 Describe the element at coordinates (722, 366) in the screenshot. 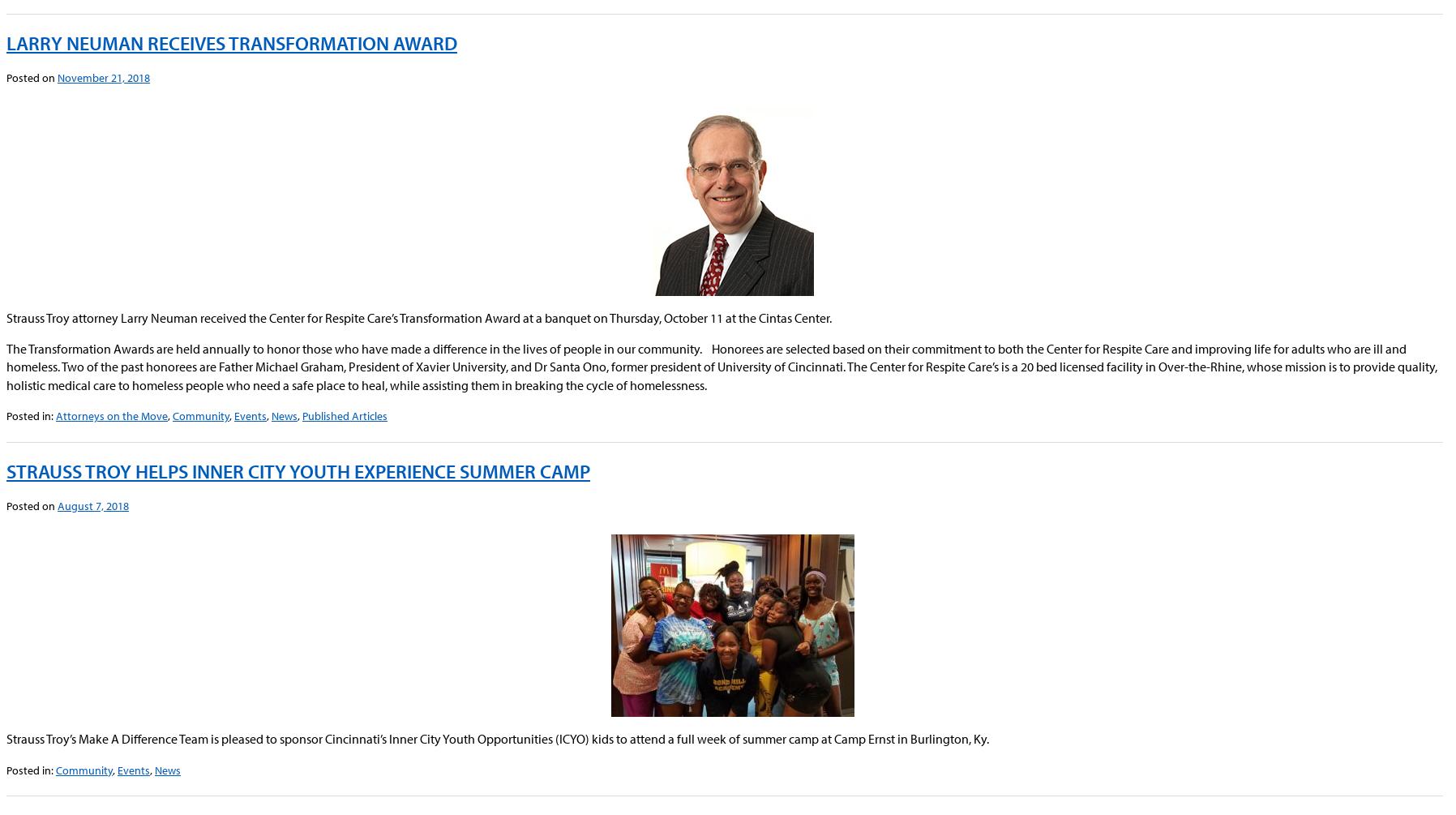

I see `'The Transformation Awards are held annually to honor those who have made a difference in the lives of people in our community.    Honorees are selected based on their commitment to both the Center for Respite Care and improving life for adults who are ill and homeless. Two of the past honorees are Father Michael Graham, President of Xavier University, and Dr Santa Ono, former president of University of Cincinnati. The Center for Respite Care’s is a 20 bed licensed facility in Over-the-Rhine, whose mission is to provide quality, holistic medical care to homeless people who need a safe place to heal, while assisting them in breaking the cycle of homelessness.'` at that location.